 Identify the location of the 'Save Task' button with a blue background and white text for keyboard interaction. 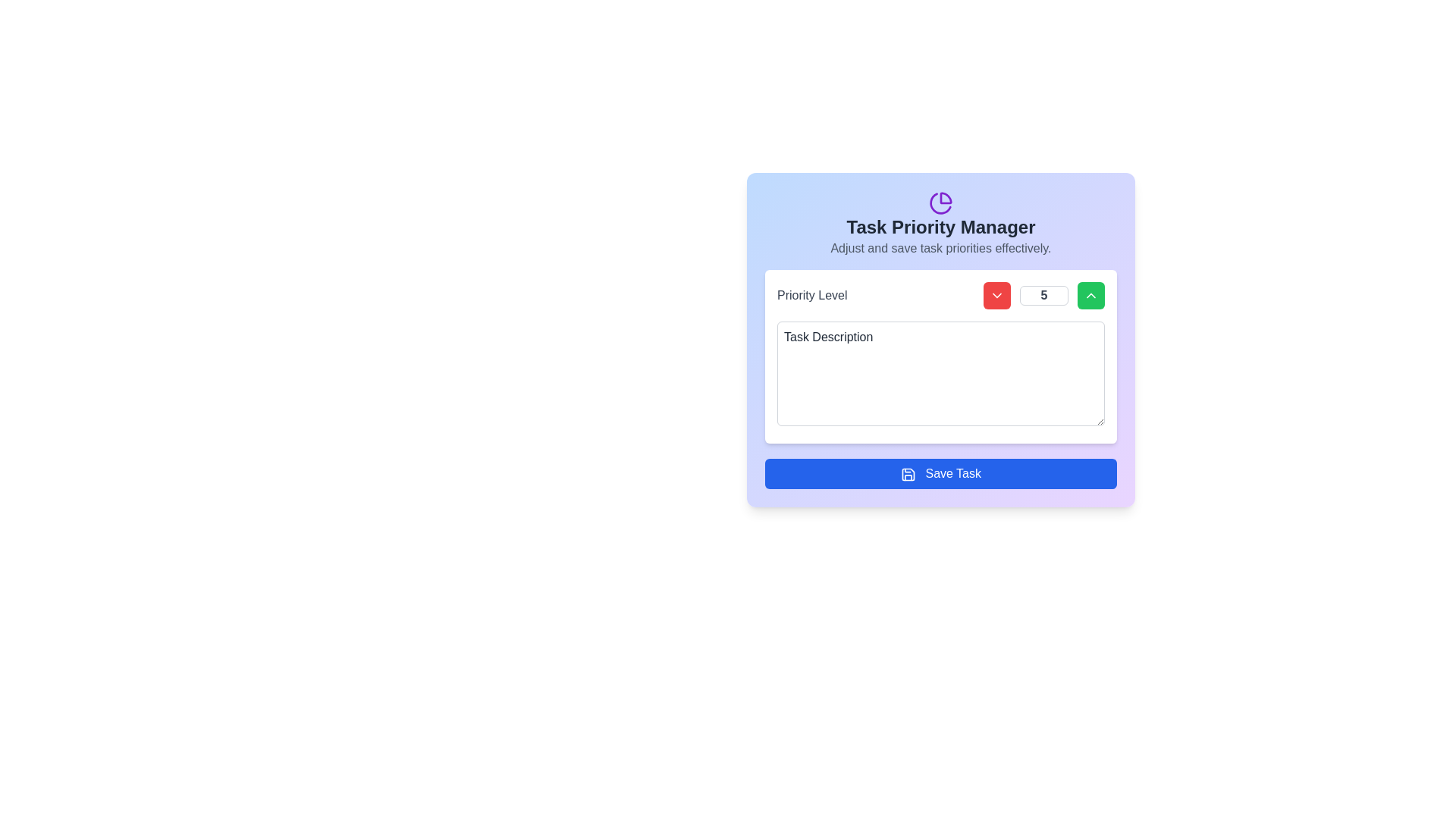
(940, 472).